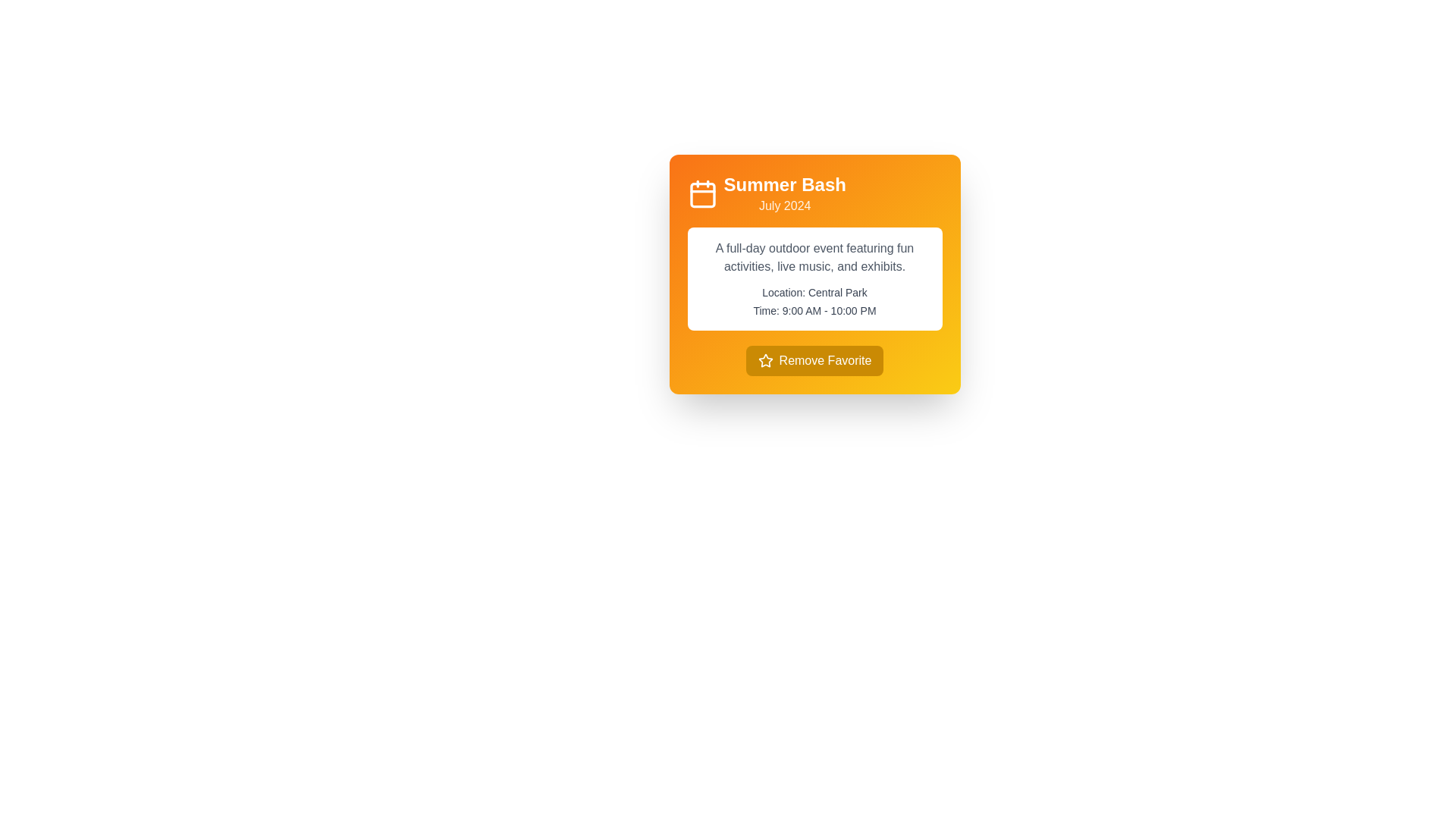  What do you see at coordinates (814, 256) in the screenshot?
I see `the text element that provides a brief description of the featured event, located above the location and time details within the rounded white card` at bounding box center [814, 256].